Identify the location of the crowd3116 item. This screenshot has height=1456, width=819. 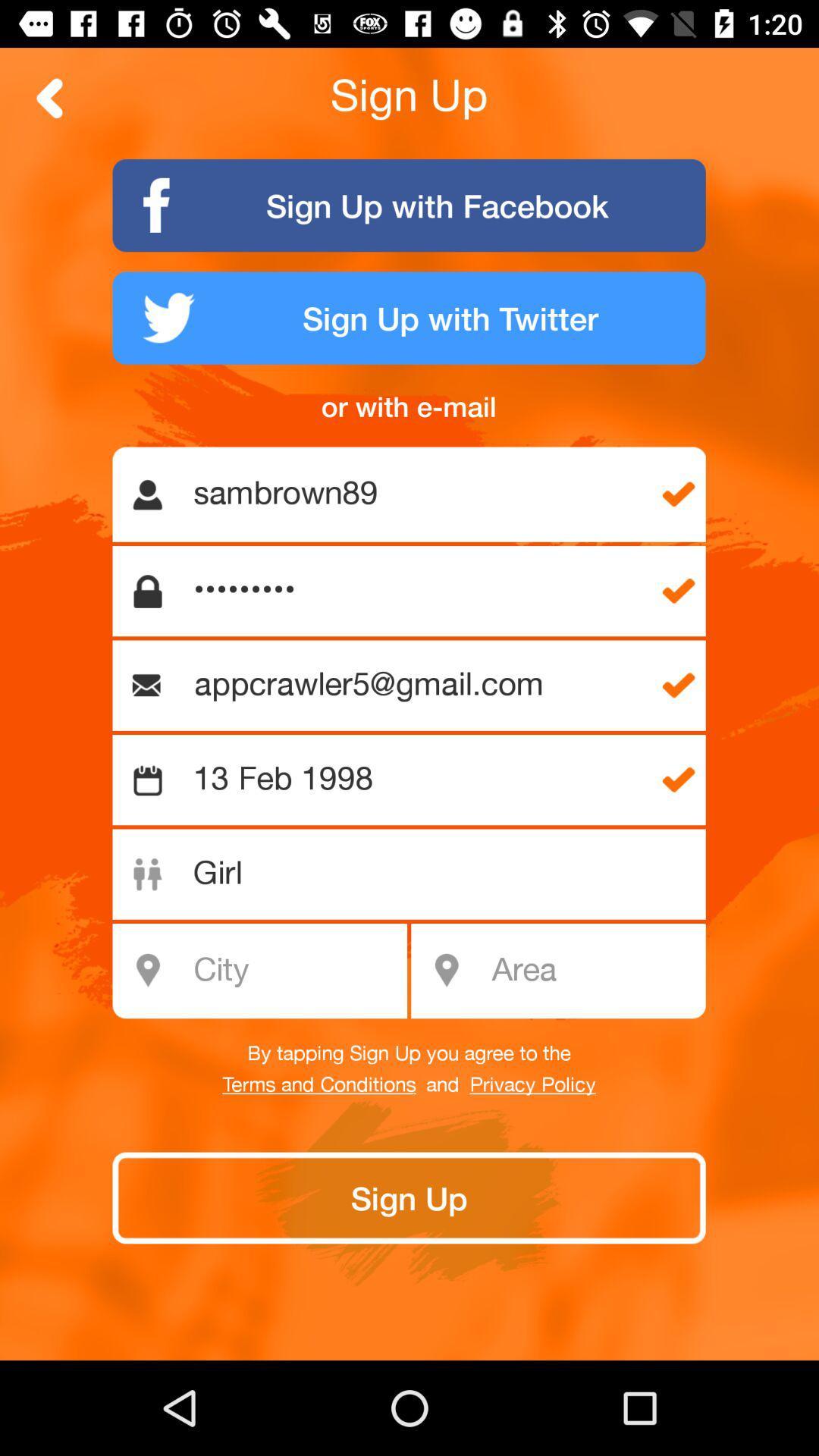
(417, 590).